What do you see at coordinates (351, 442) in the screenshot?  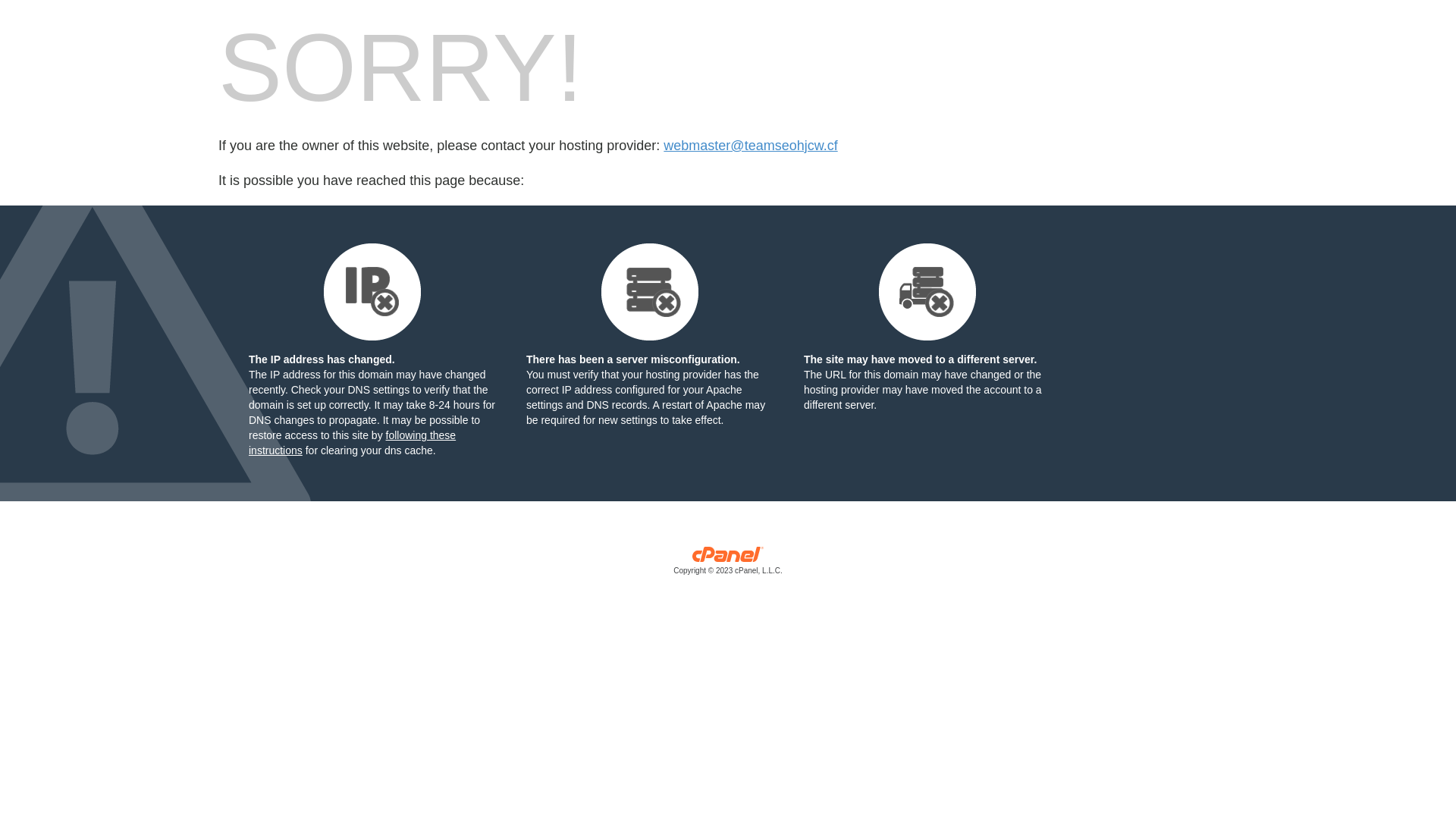 I see `'following these instructions'` at bounding box center [351, 442].